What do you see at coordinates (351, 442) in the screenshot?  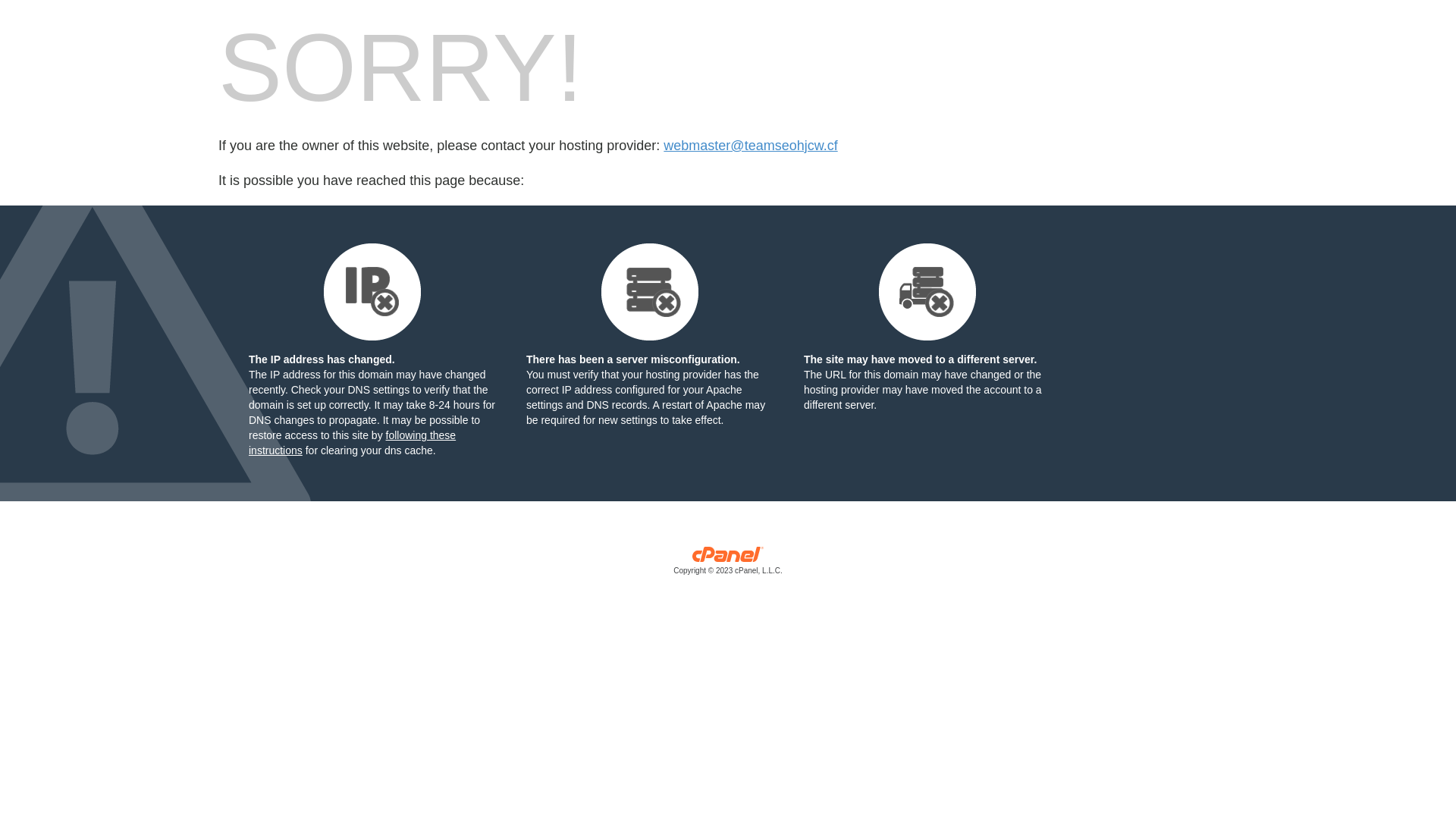 I see `'following these instructions'` at bounding box center [351, 442].